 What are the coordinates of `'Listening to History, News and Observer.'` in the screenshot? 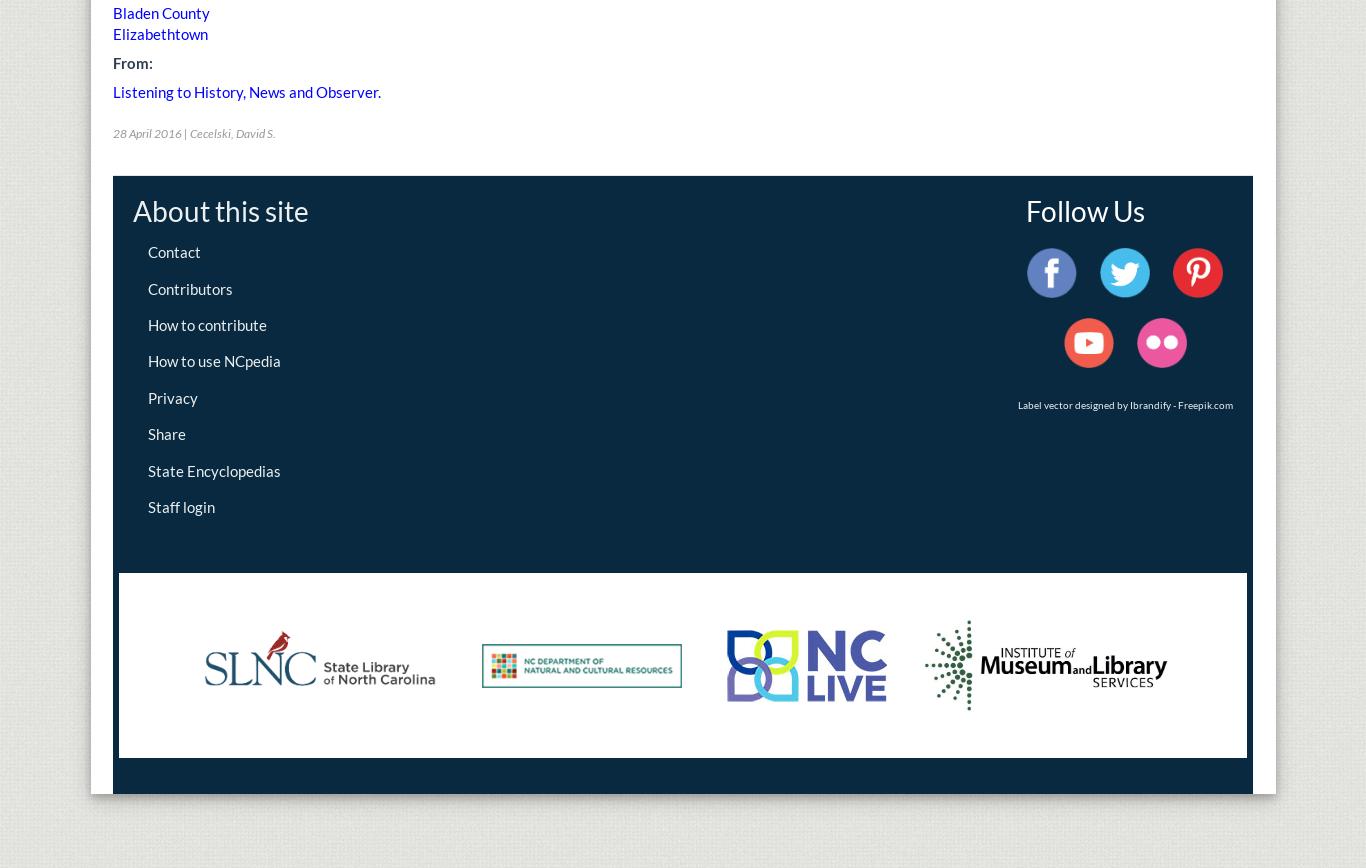 It's located at (246, 90).